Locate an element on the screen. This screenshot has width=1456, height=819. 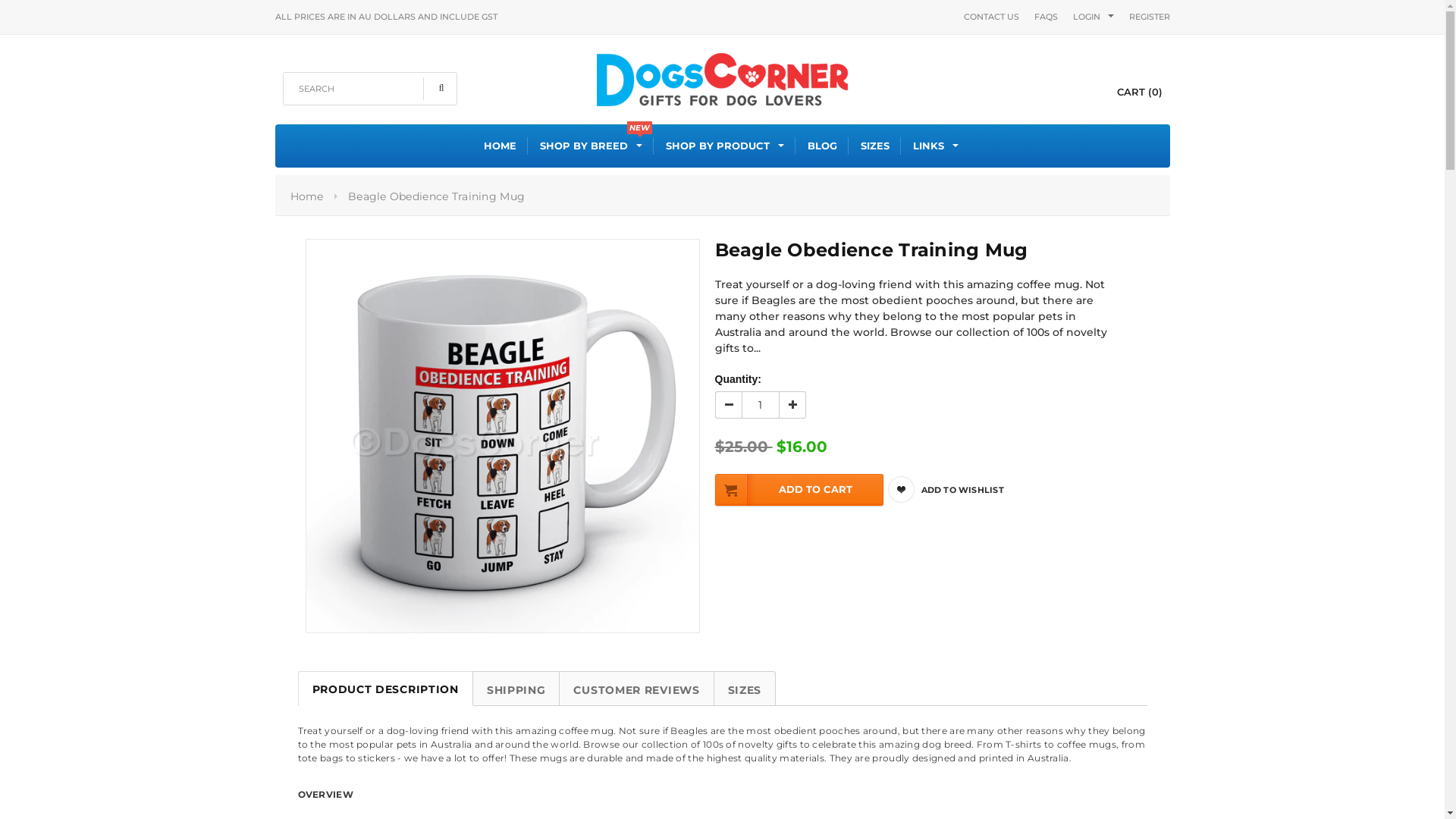
'ADD TO WISHLIST' is located at coordinates (959, 489).